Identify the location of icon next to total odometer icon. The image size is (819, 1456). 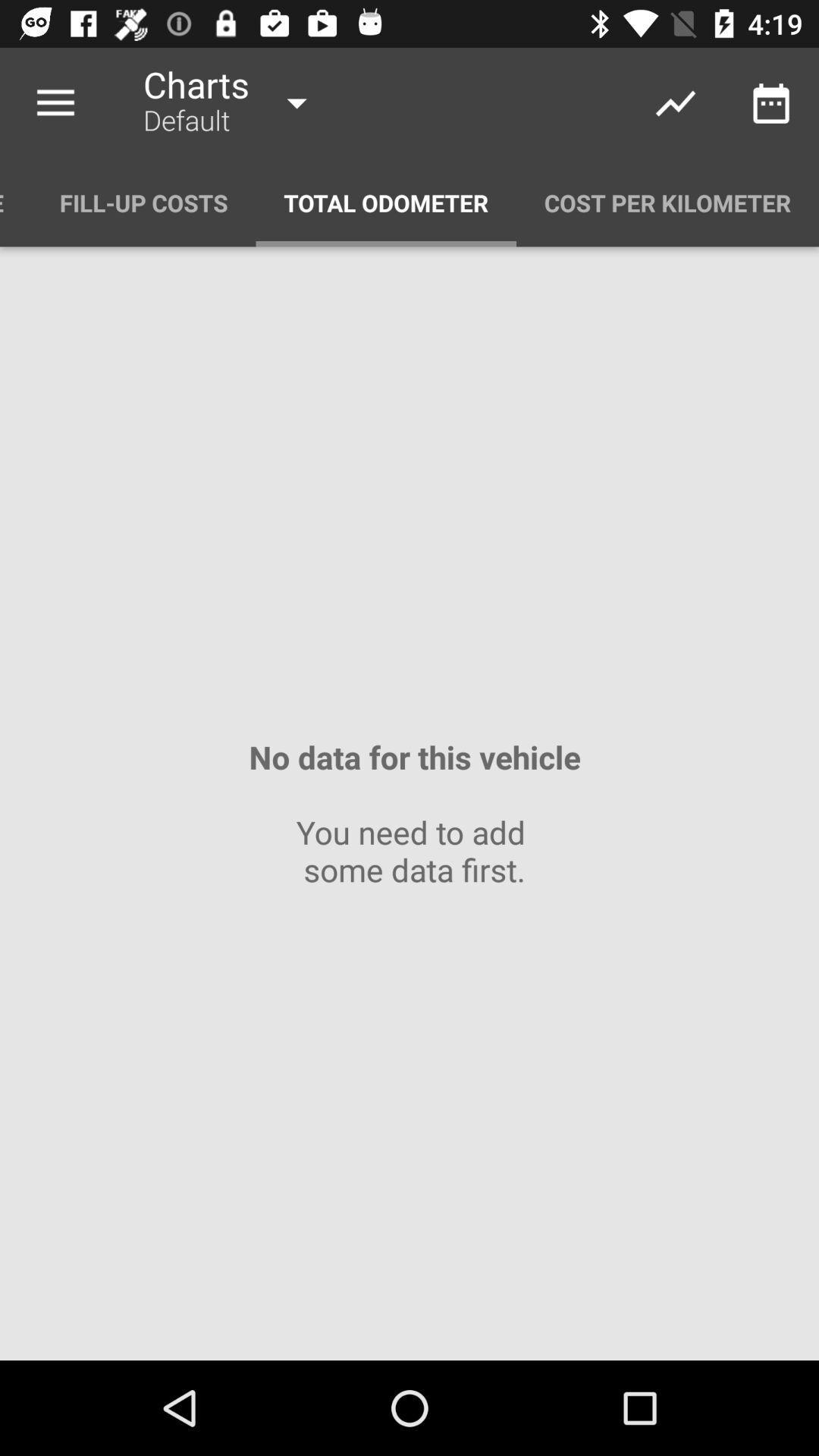
(143, 202).